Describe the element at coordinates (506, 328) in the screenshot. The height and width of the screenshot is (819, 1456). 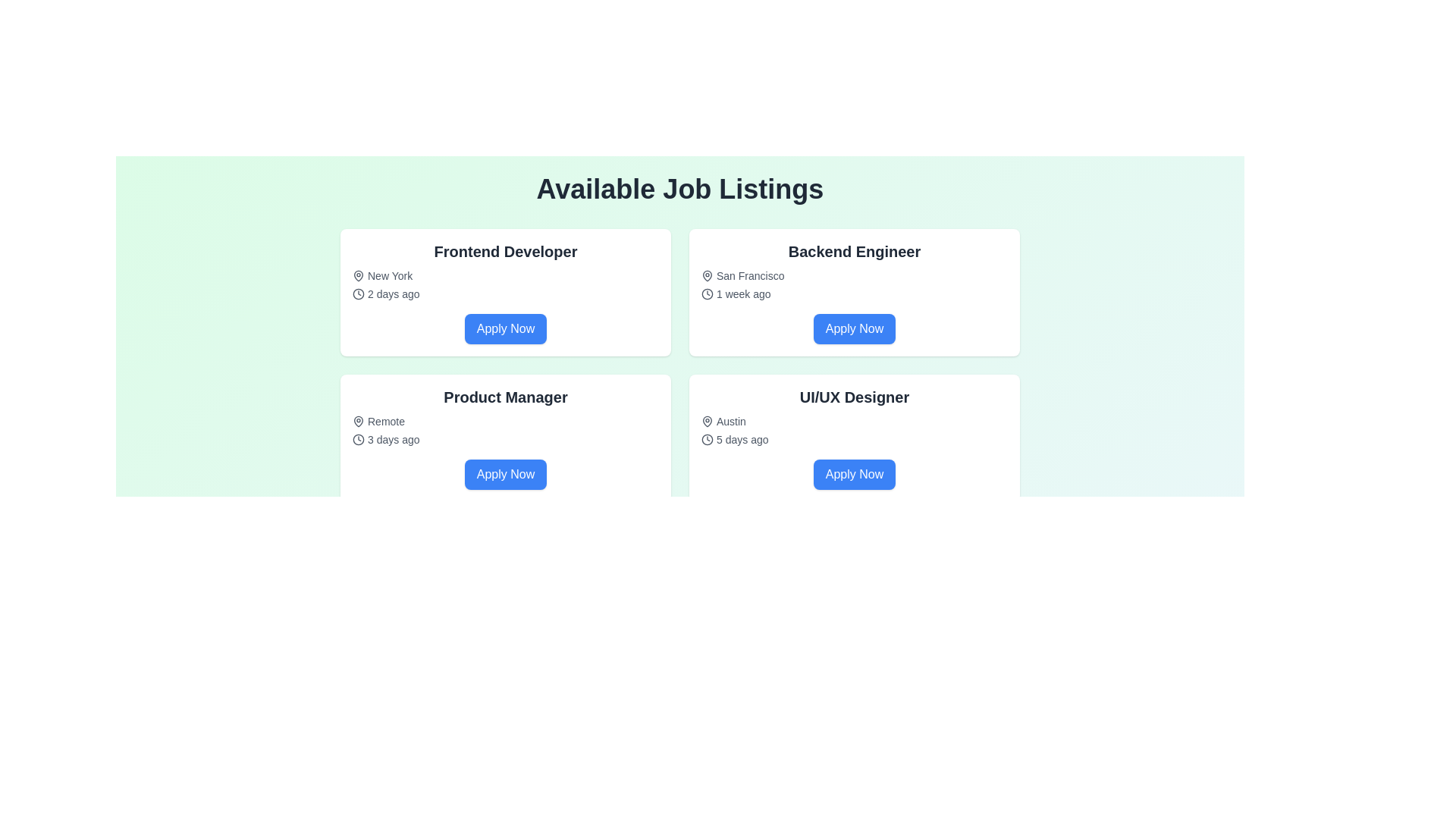
I see `the button located at the bottom of the 'Frontend Developer' job listing to initiate the application process` at that location.